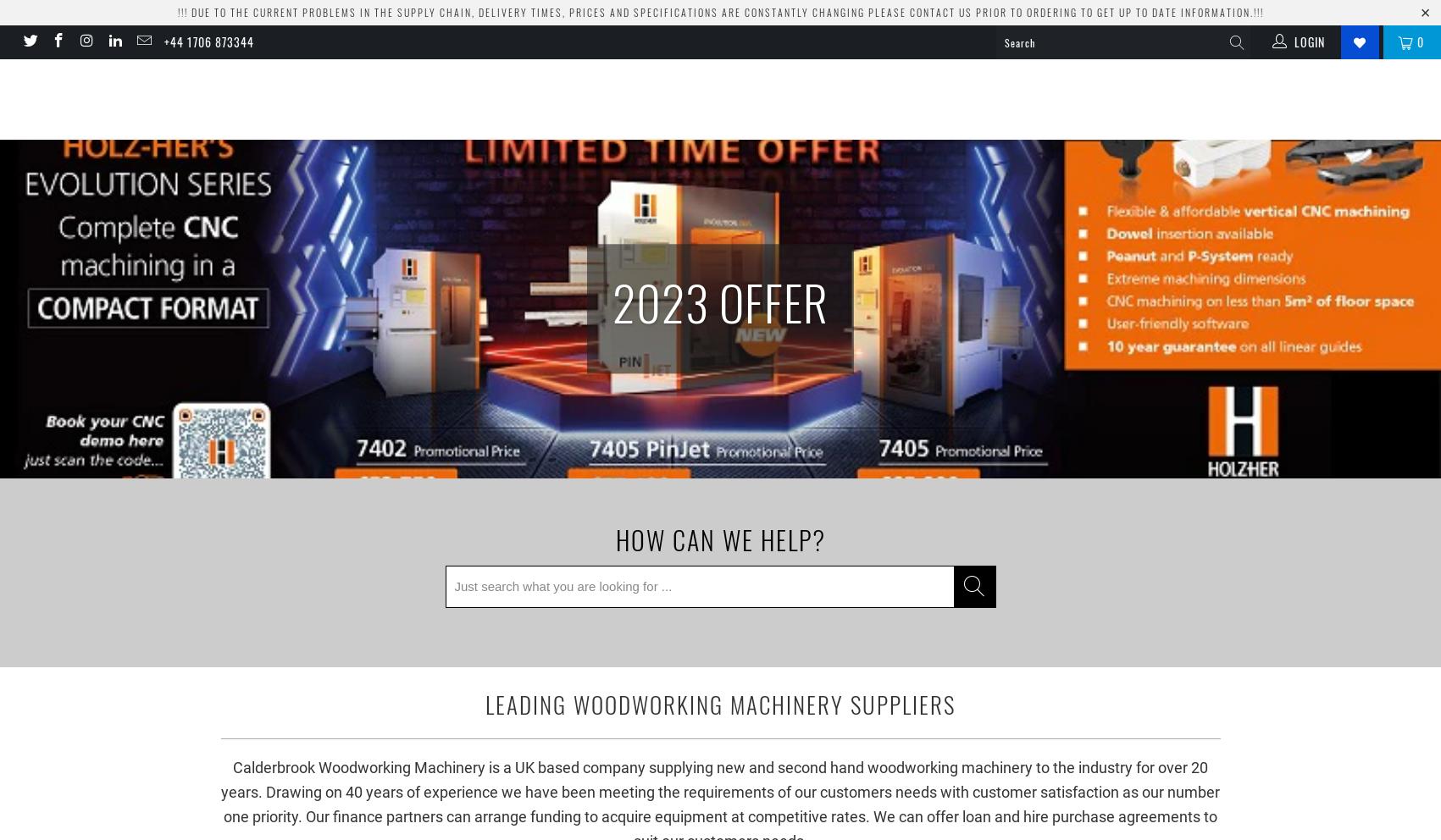  Describe the element at coordinates (1165, 97) in the screenshot. I see `'By Brand'` at that location.